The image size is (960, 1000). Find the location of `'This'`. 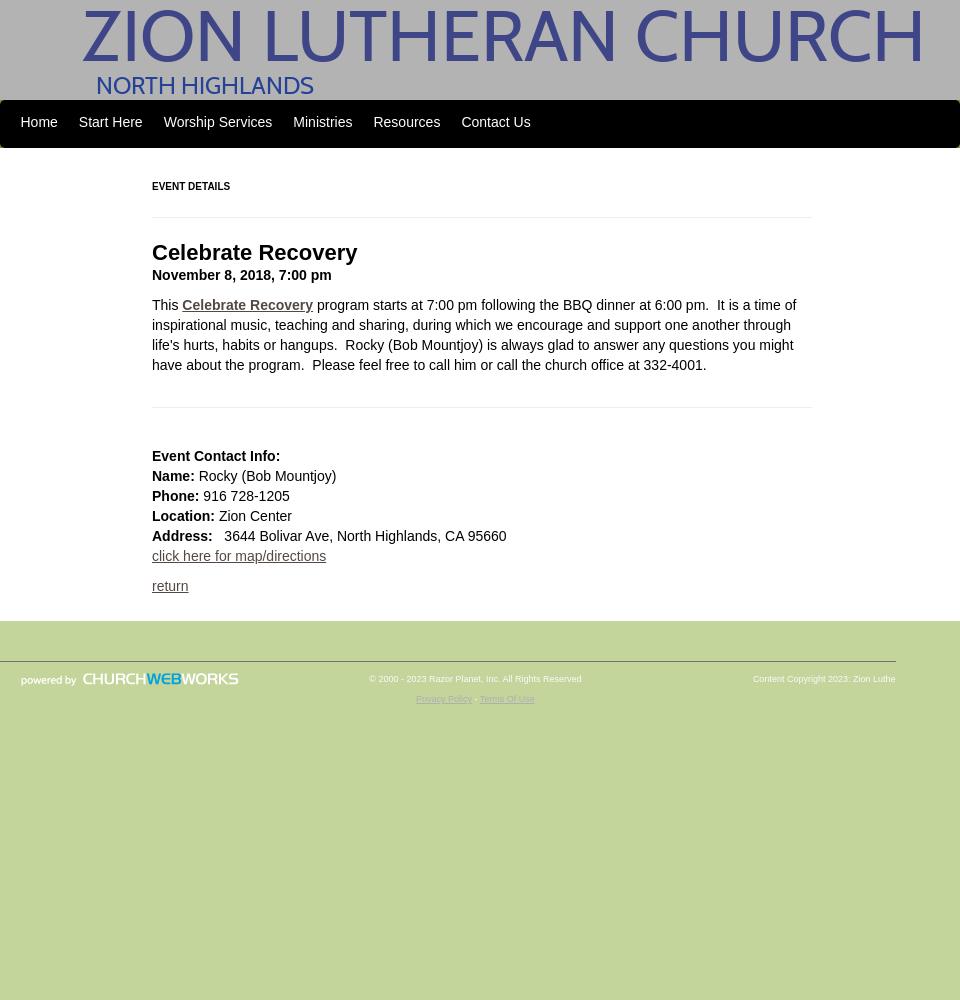

'This' is located at coordinates (166, 305).